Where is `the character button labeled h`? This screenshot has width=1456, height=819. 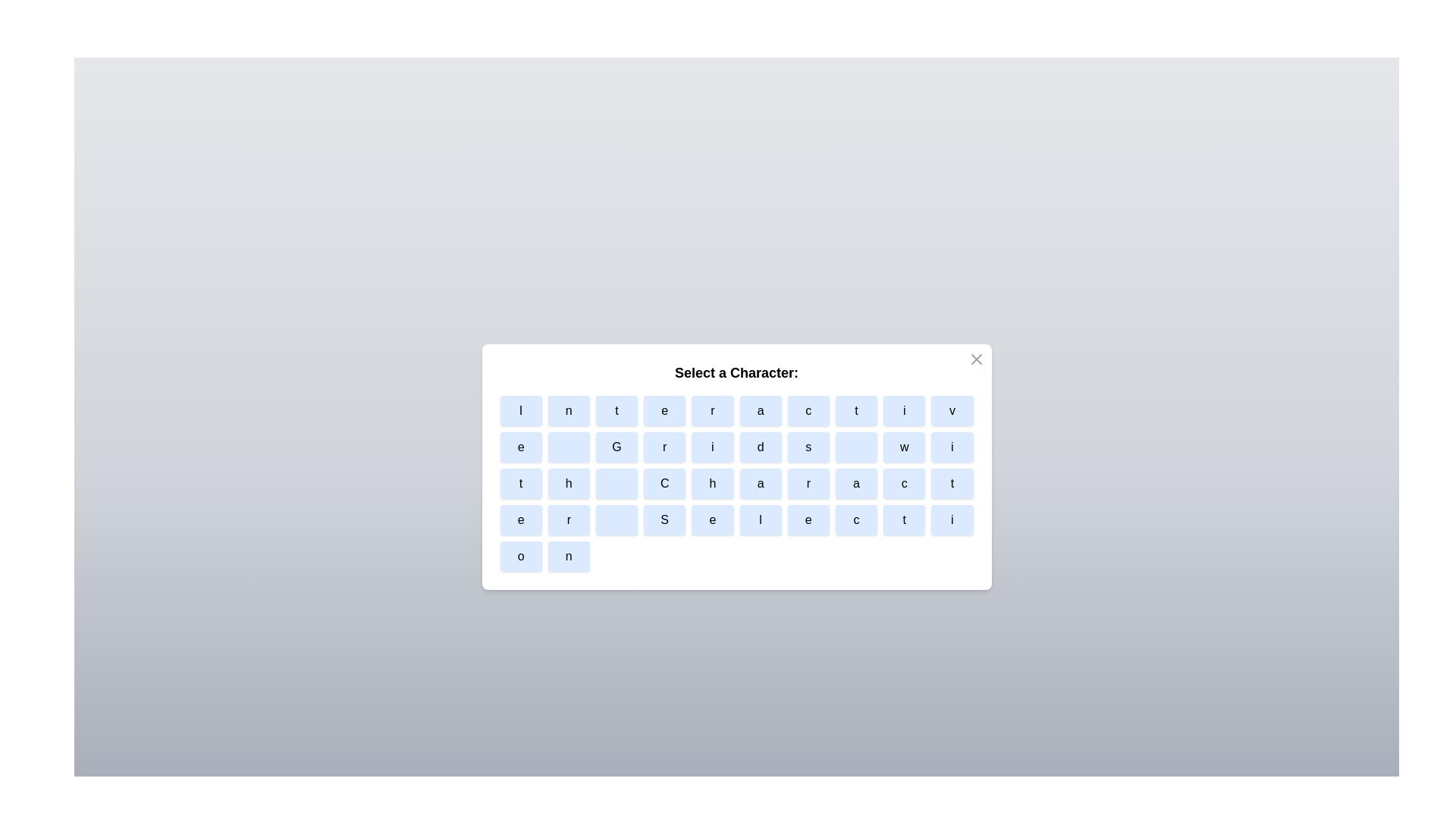 the character button labeled h is located at coordinates (711, 483).